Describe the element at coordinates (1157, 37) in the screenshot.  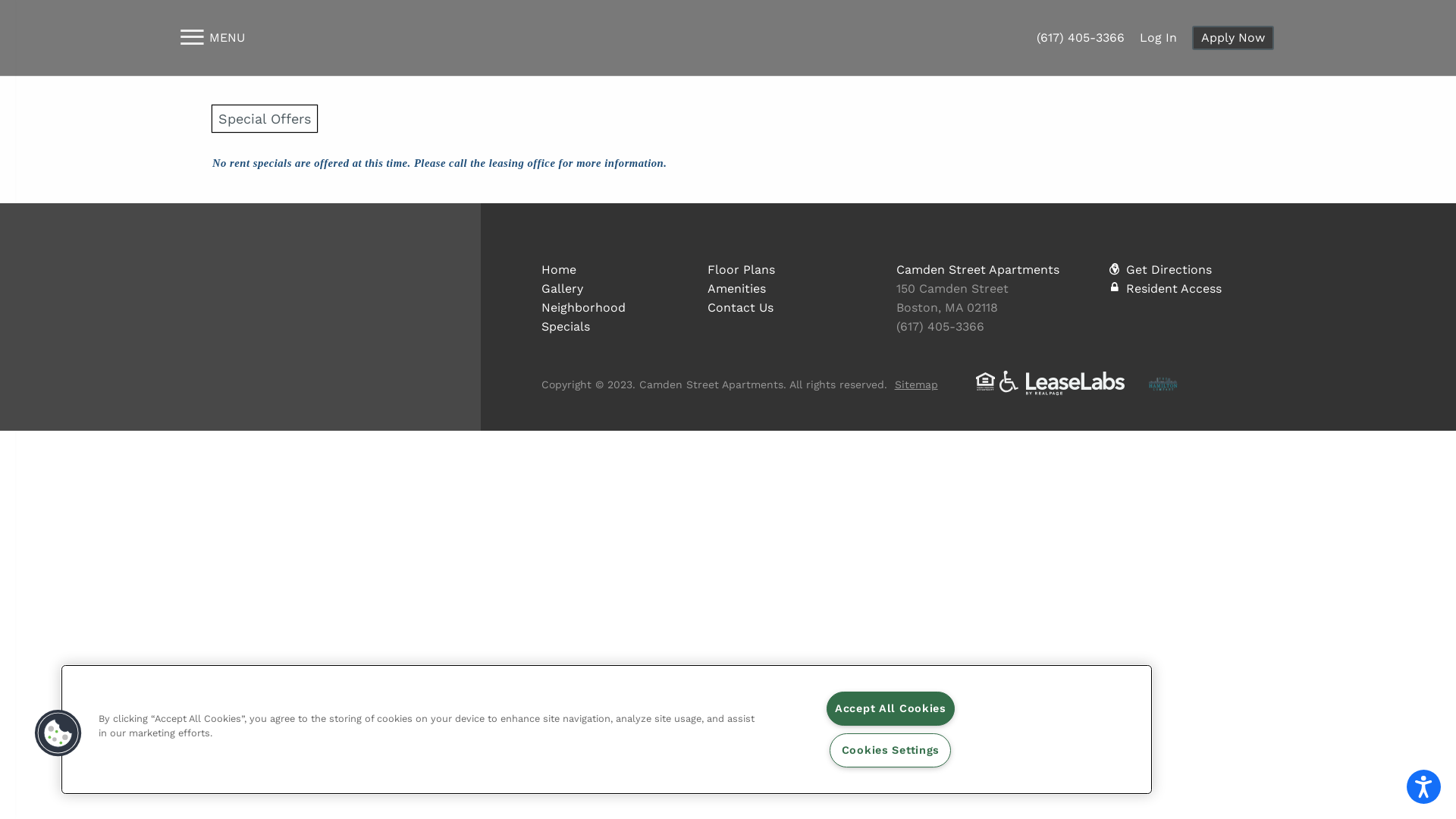
I see `'Log In'` at that location.